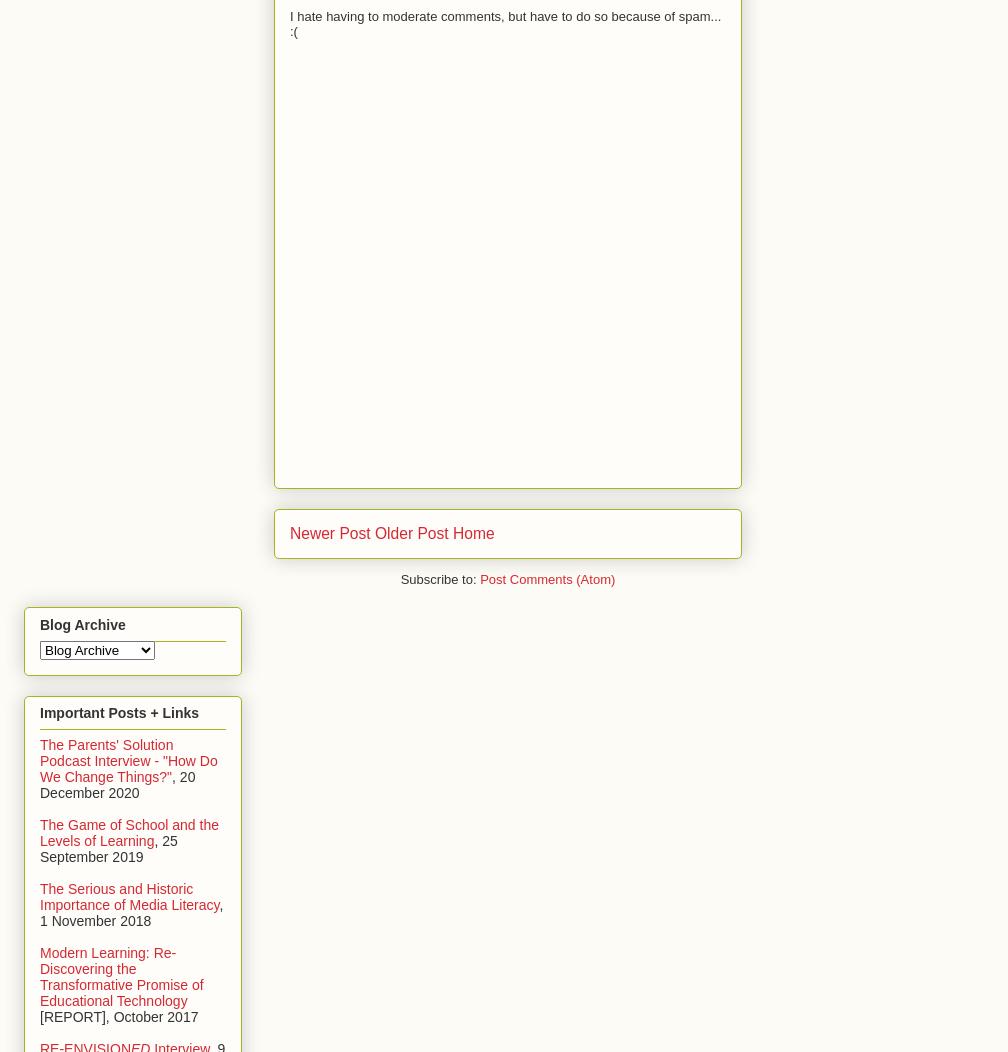 The width and height of the screenshot is (1008, 1052). I want to click on 'Important Posts + Links', so click(119, 713).